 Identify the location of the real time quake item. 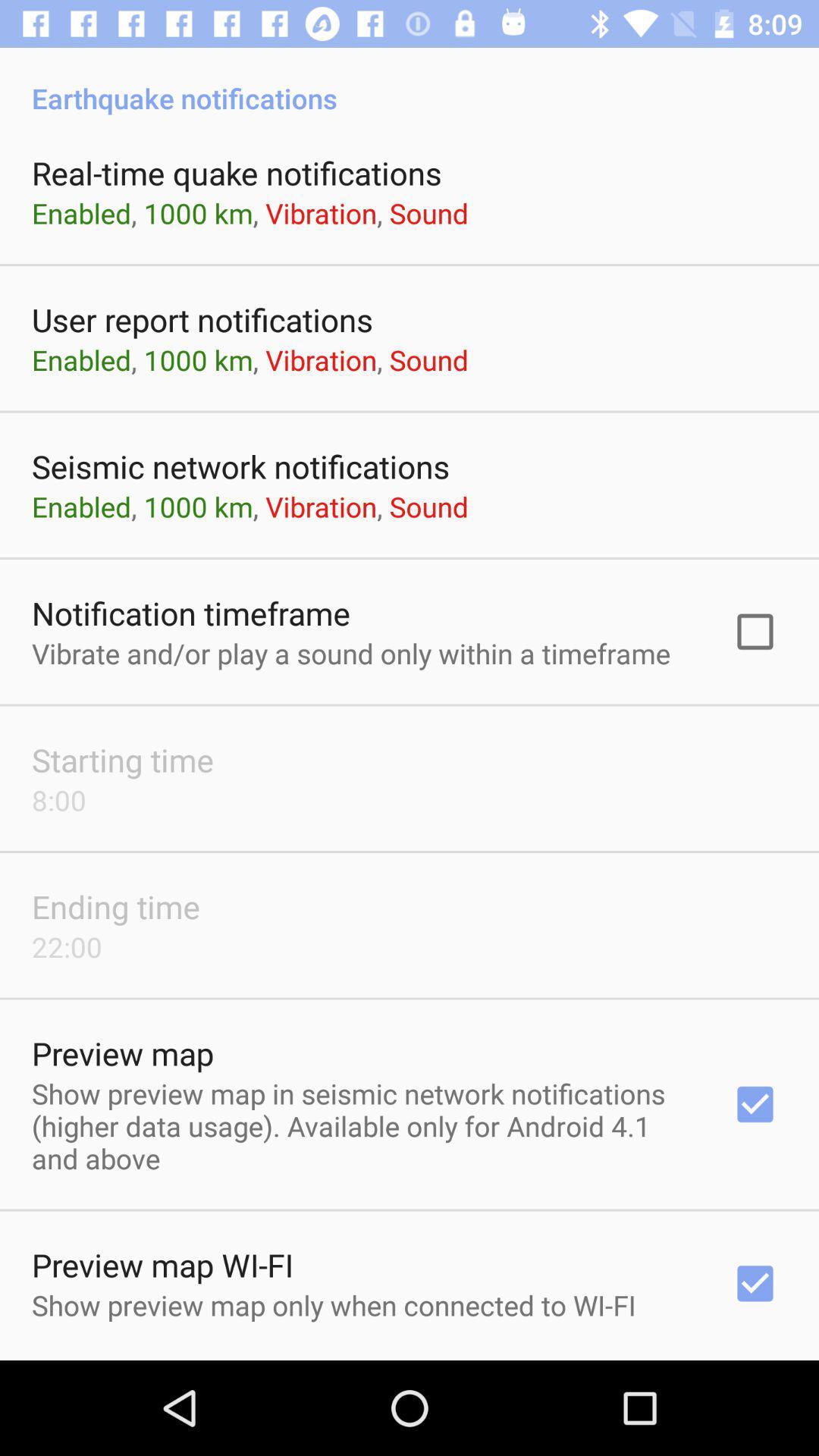
(237, 173).